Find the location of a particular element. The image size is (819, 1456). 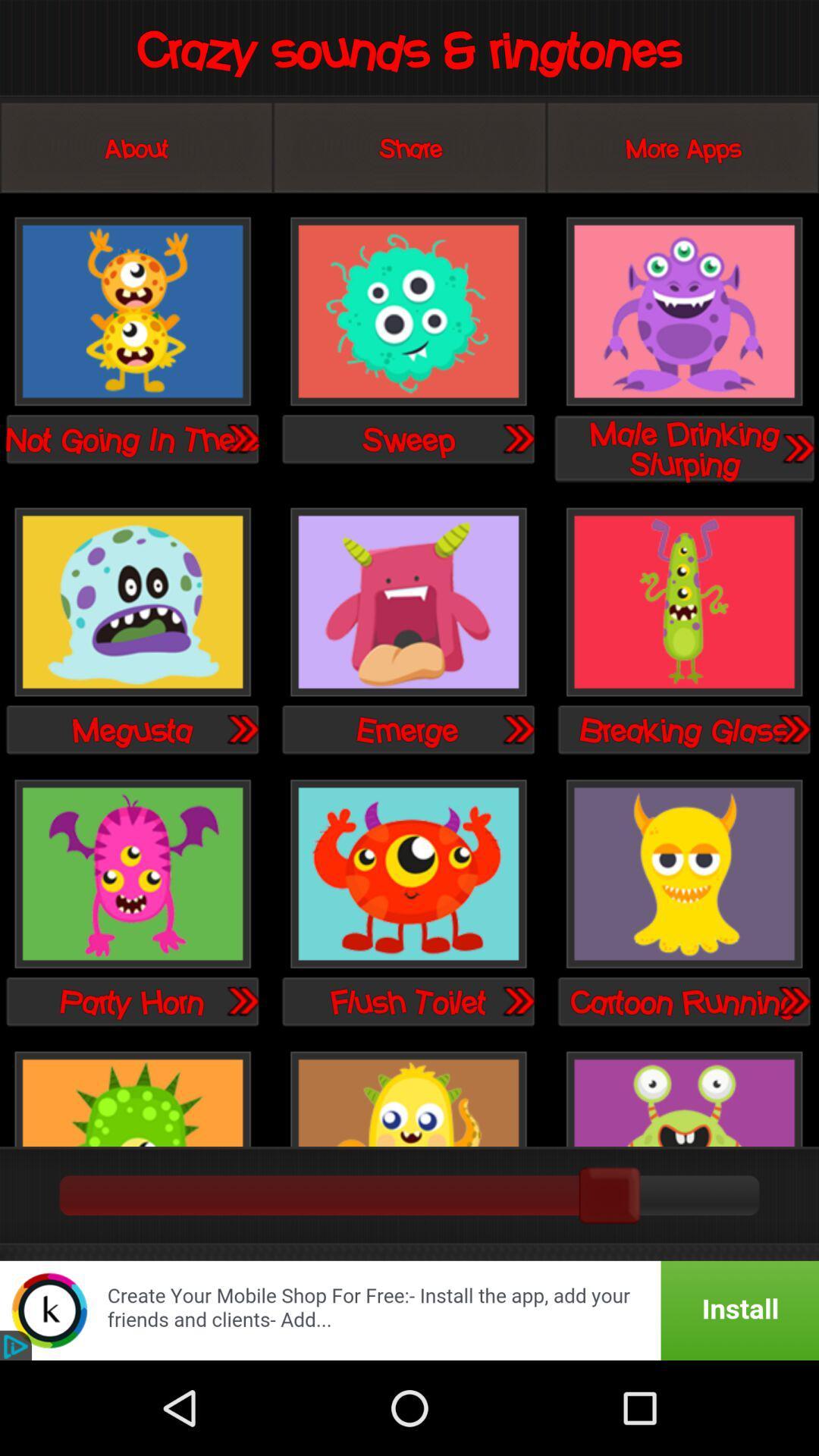

tune is located at coordinates (241, 438).